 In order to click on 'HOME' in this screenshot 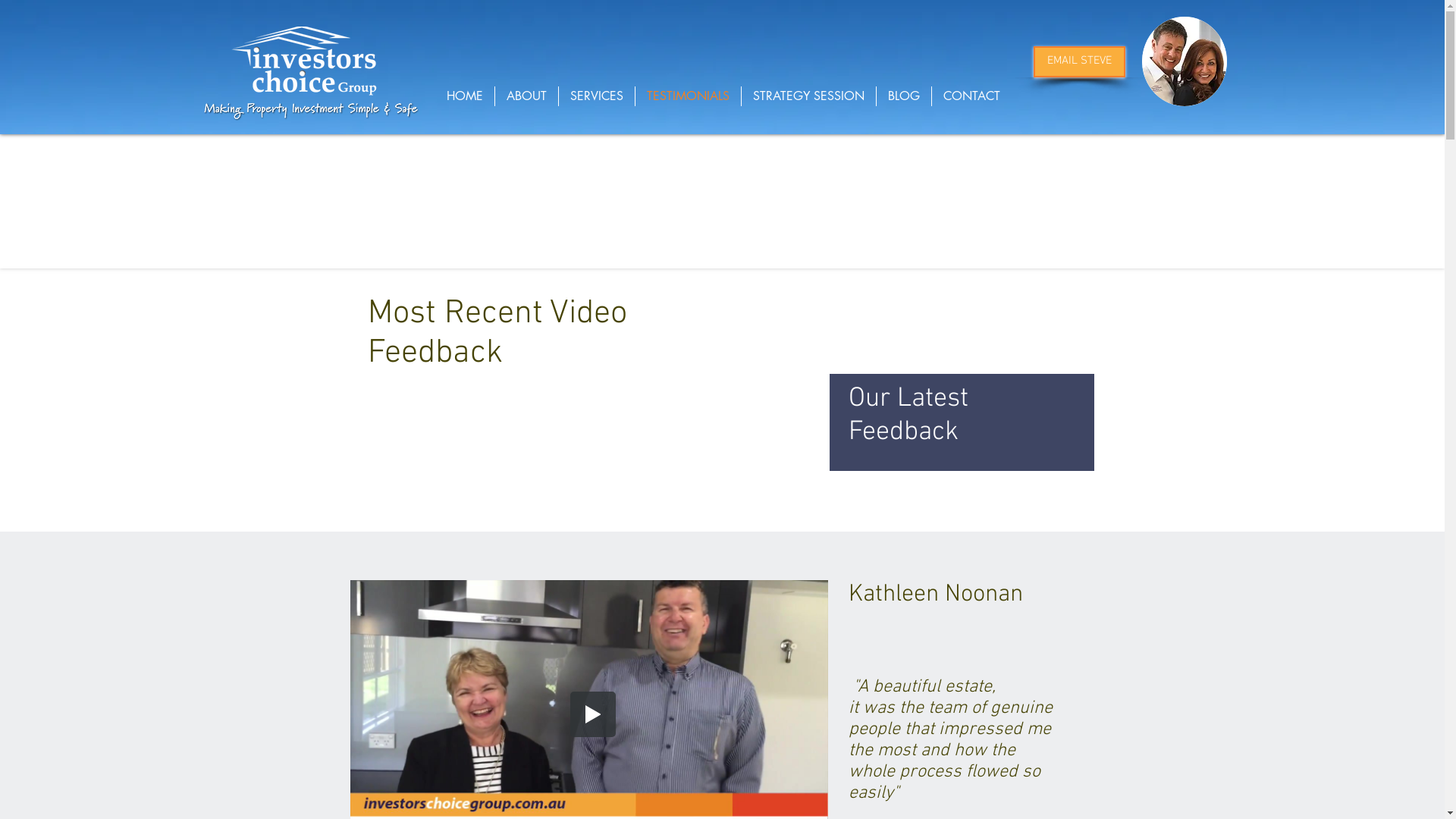, I will do `click(464, 96)`.